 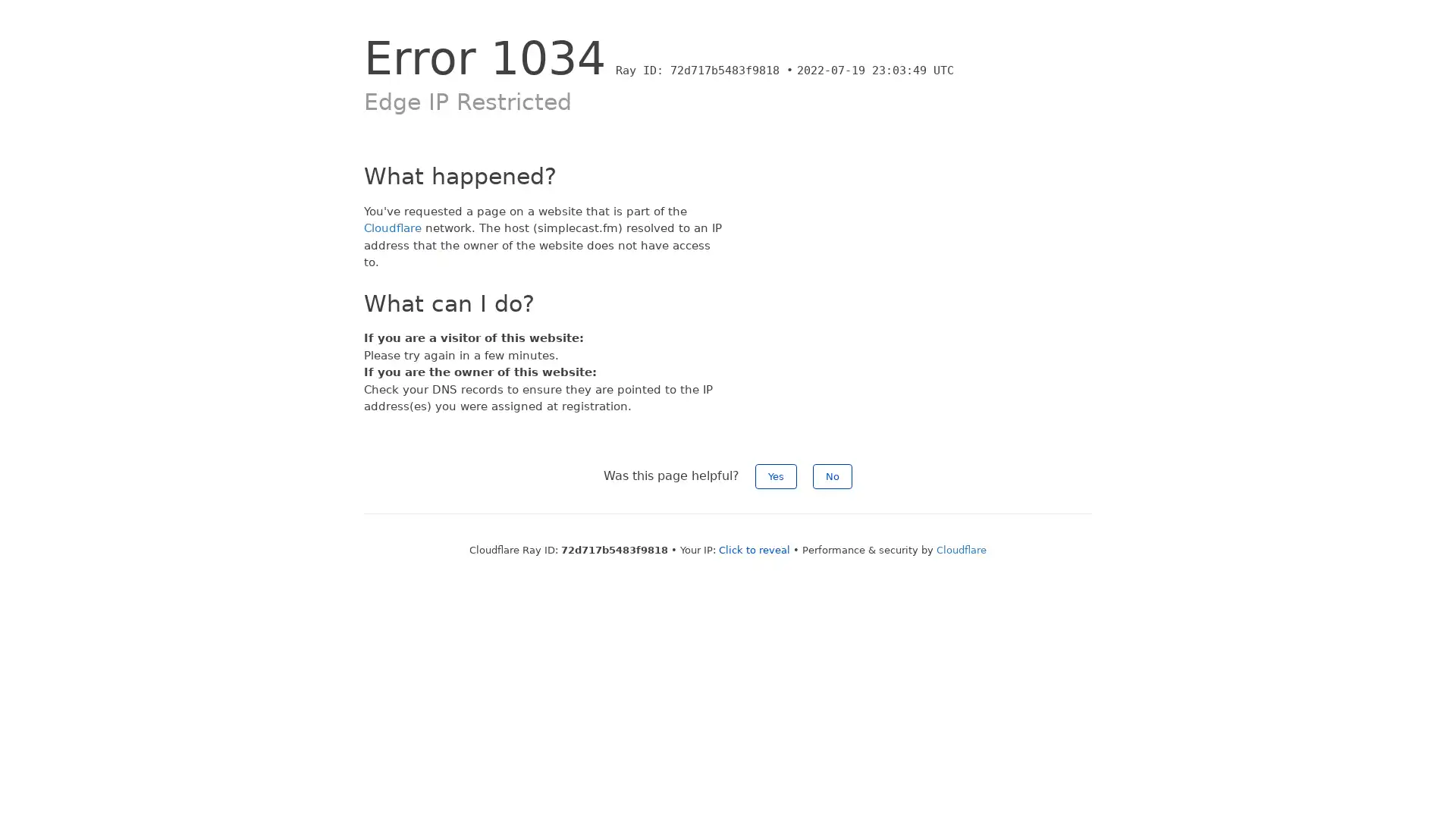 I want to click on No, so click(x=832, y=475).